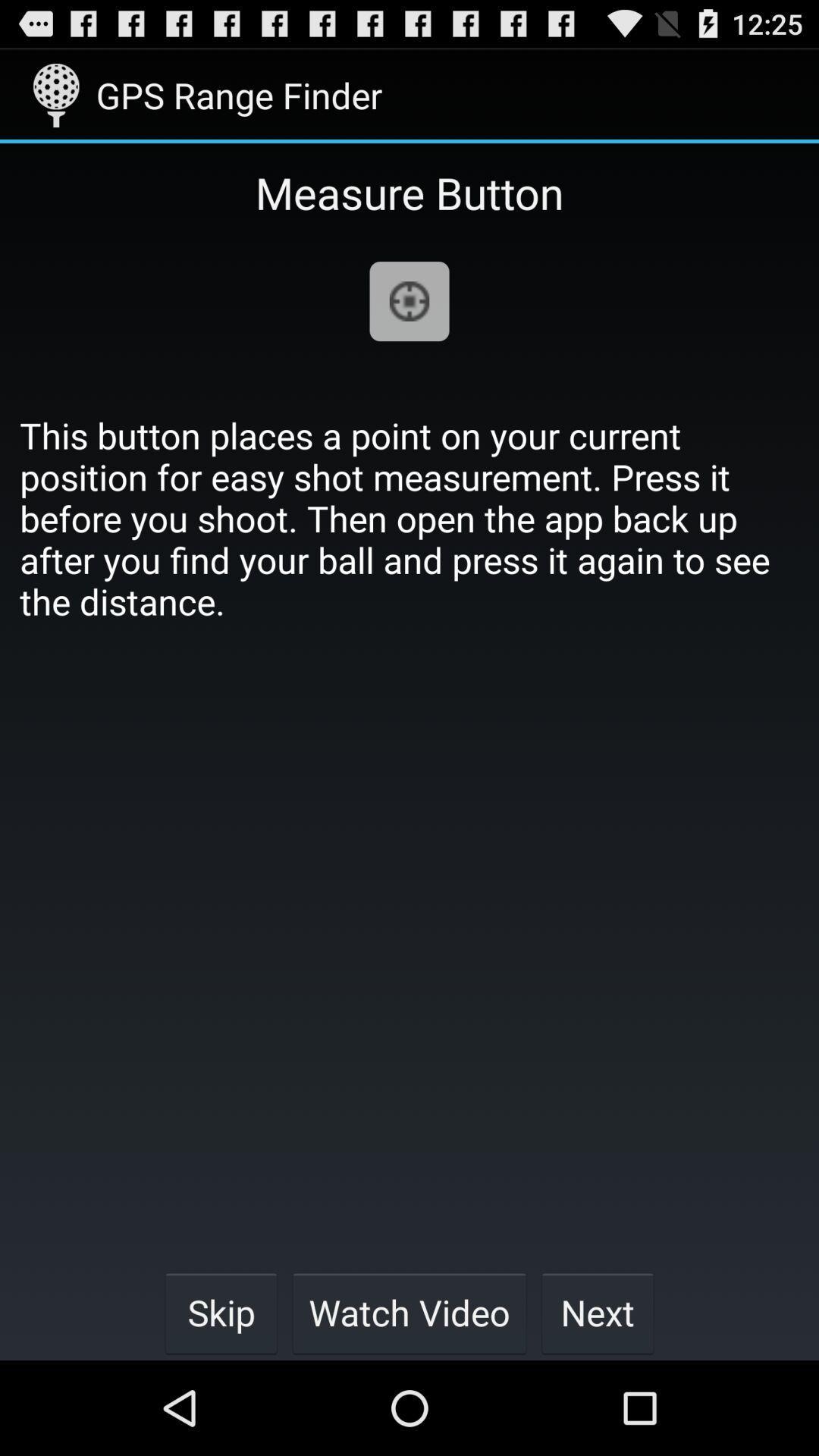 Image resolution: width=819 pixels, height=1456 pixels. What do you see at coordinates (409, 322) in the screenshot?
I see `the location_crosshair icon` at bounding box center [409, 322].